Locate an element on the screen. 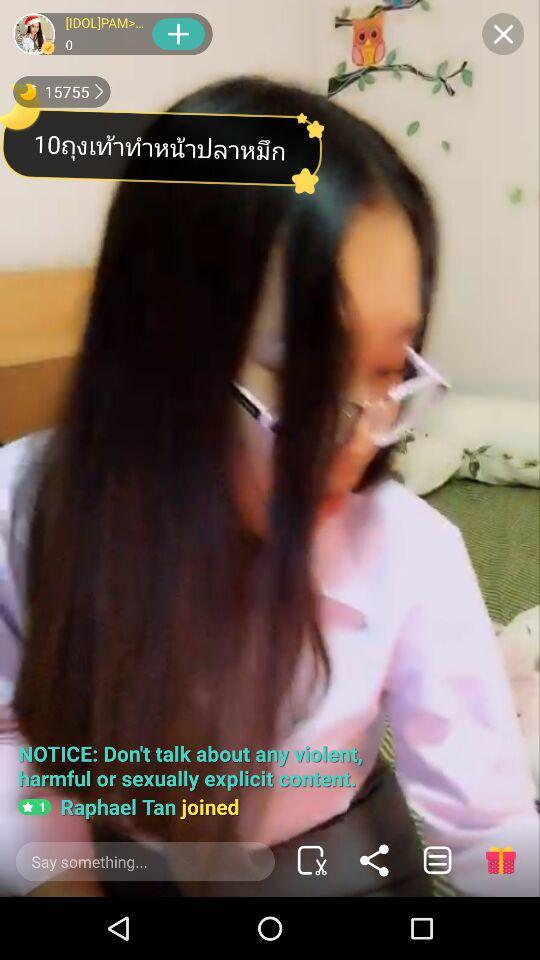 Image resolution: width=540 pixels, height=960 pixels. the users image which is at top left corner is located at coordinates (33, 32).